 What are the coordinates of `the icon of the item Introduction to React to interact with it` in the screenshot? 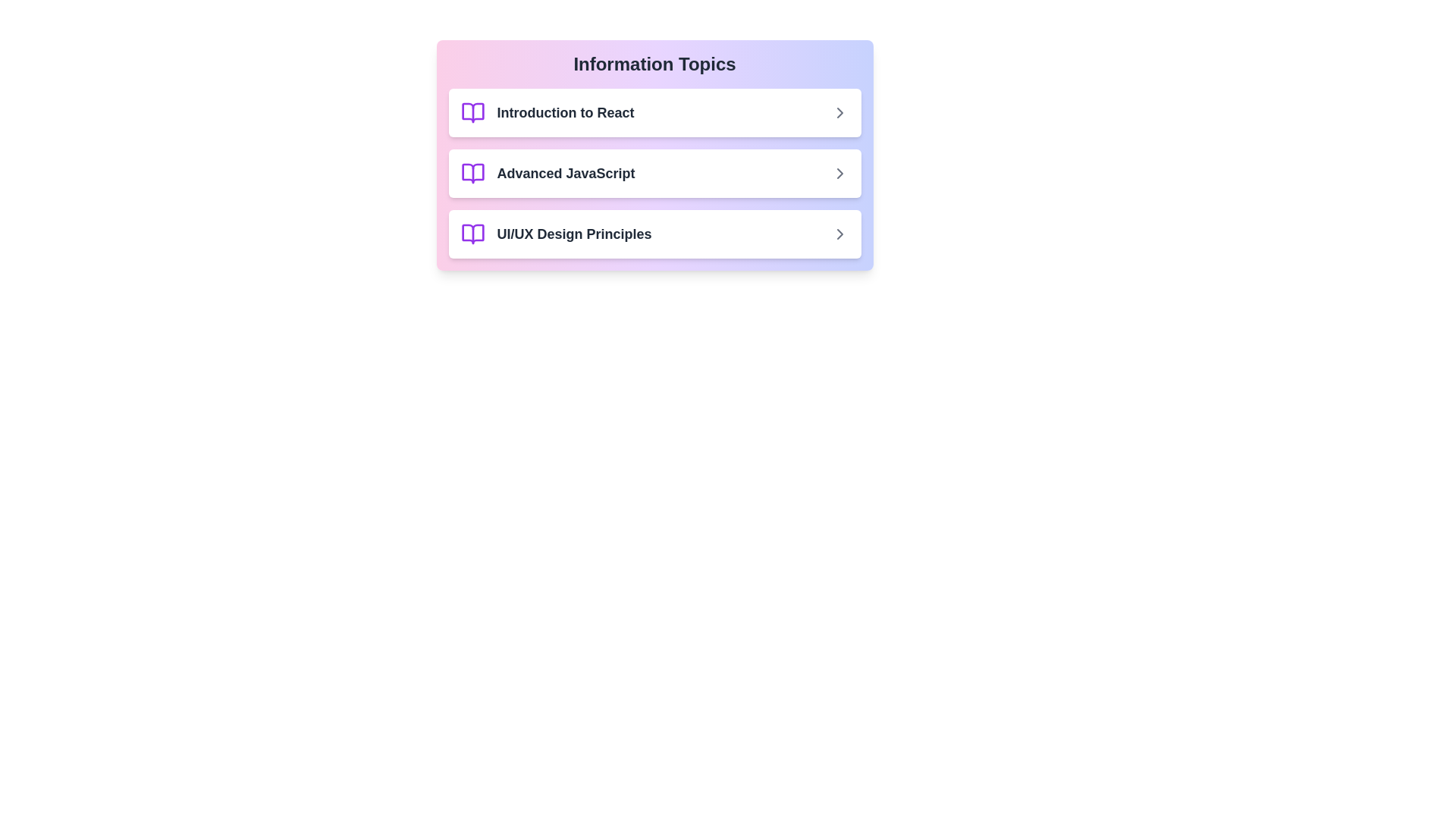 It's located at (472, 112).